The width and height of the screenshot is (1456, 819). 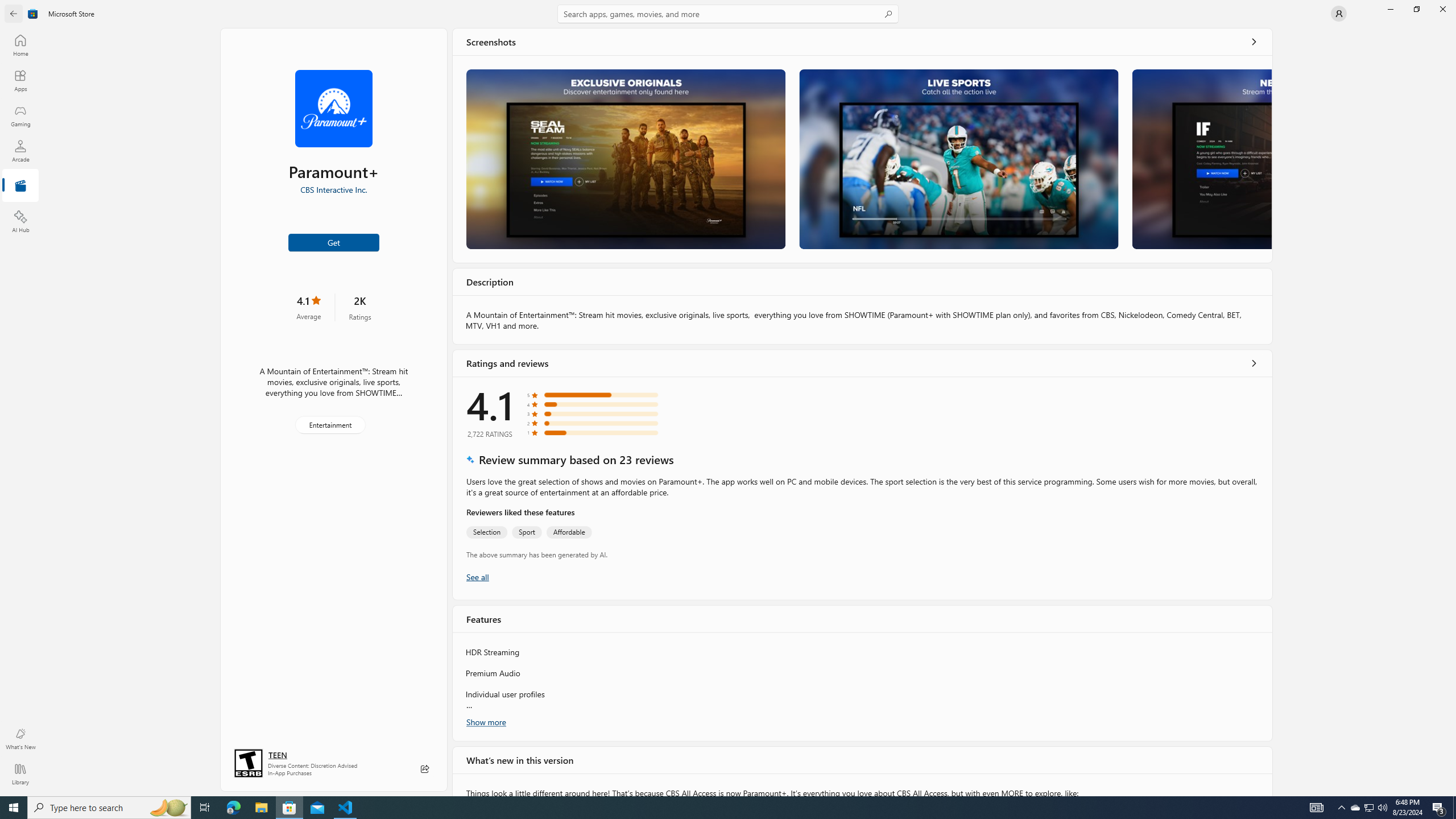 What do you see at coordinates (19, 773) in the screenshot?
I see `'Library'` at bounding box center [19, 773].